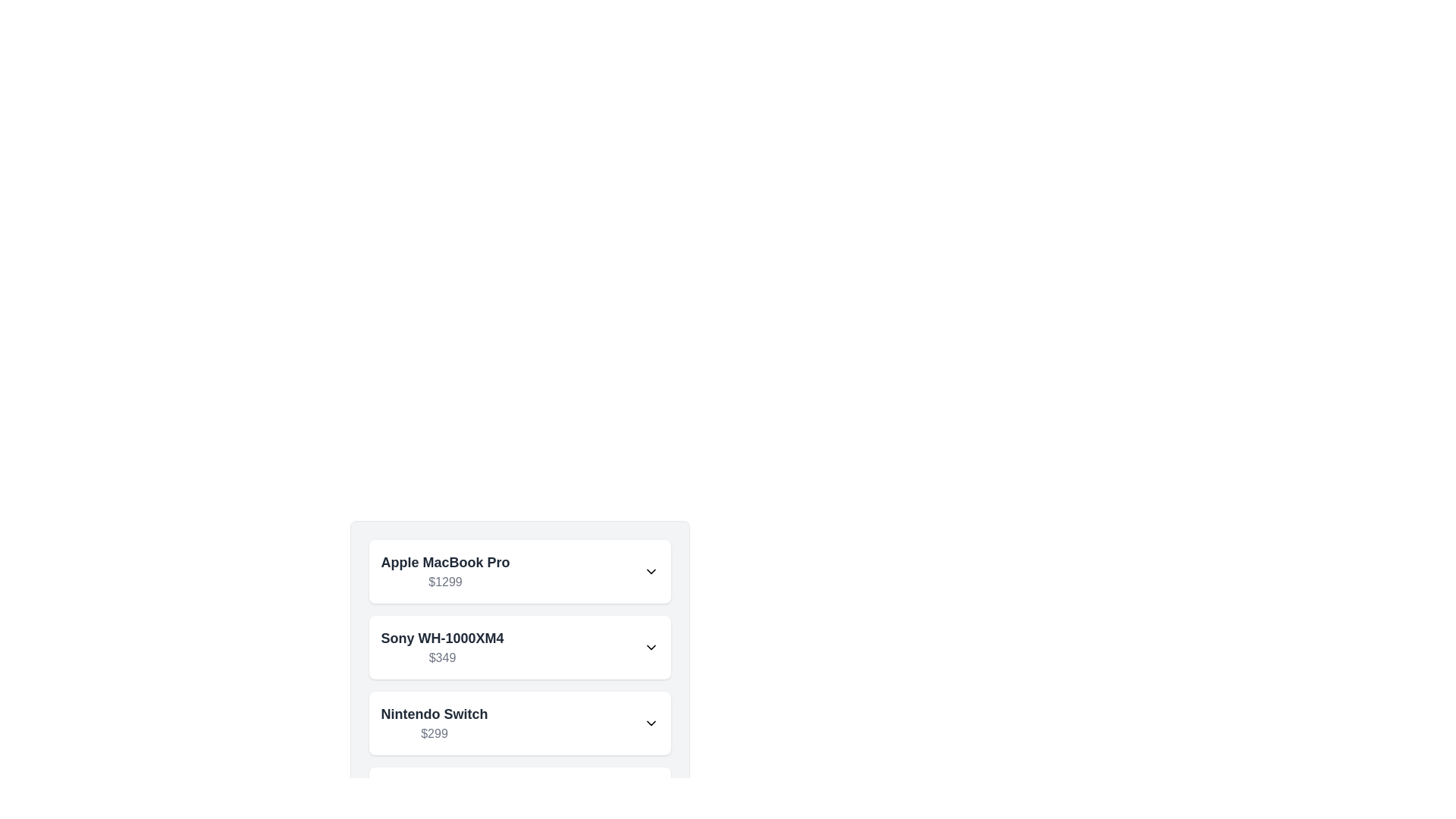 The width and height of the screenshot is (1456, 819). What do you see at coordinates (441, 657) in the screenshot?
I see `the text label displaying the price '$349', which is styled with a gray font color and is located beneath the product title 'Sony WH-1000XM4'` at bounding box center [441, 657].